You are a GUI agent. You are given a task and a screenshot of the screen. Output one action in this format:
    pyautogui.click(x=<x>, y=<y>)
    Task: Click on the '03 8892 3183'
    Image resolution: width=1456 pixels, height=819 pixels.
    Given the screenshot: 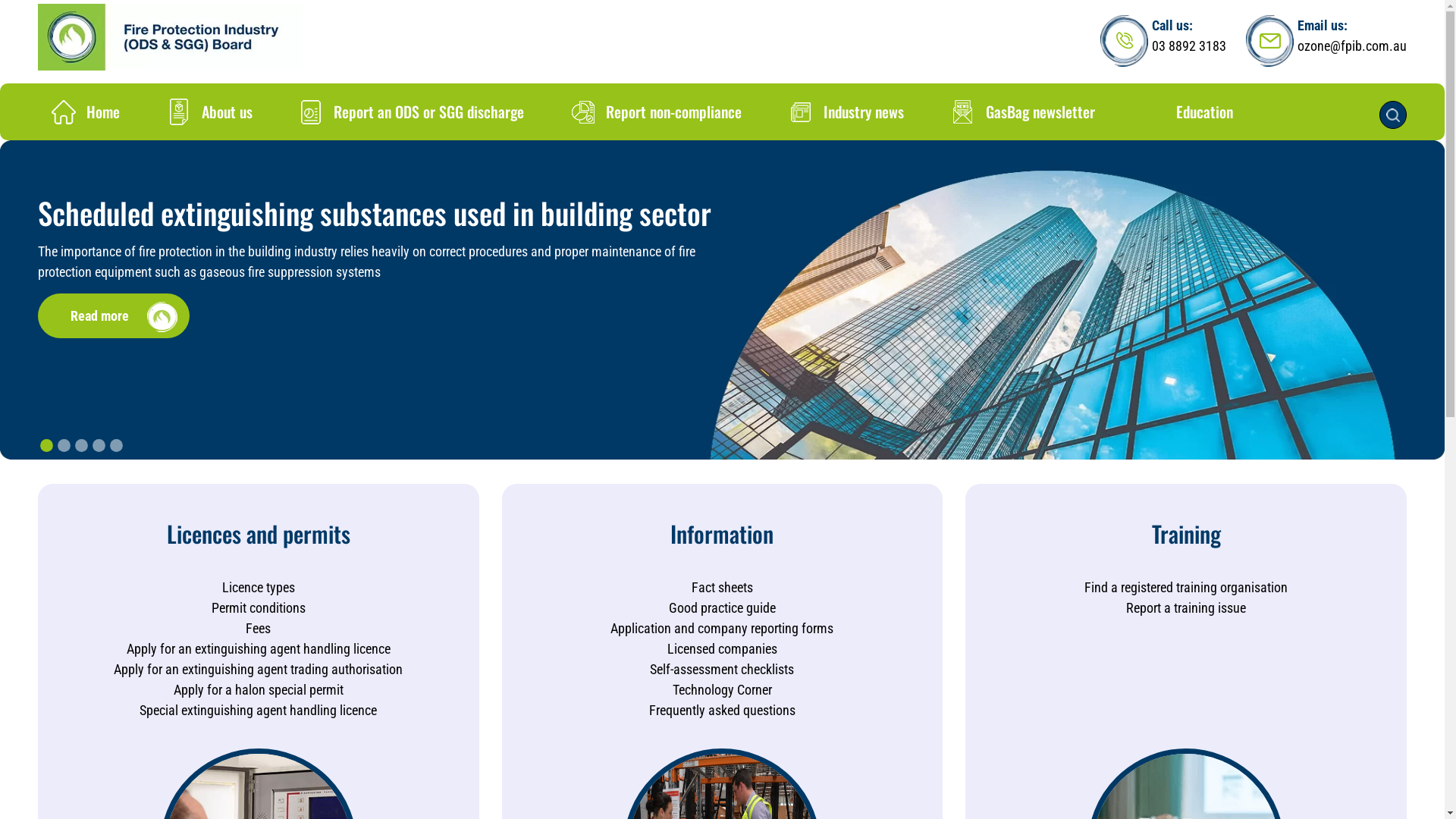 What is the action you would take?
    pyautogui.click(x=1188, y=45)
    